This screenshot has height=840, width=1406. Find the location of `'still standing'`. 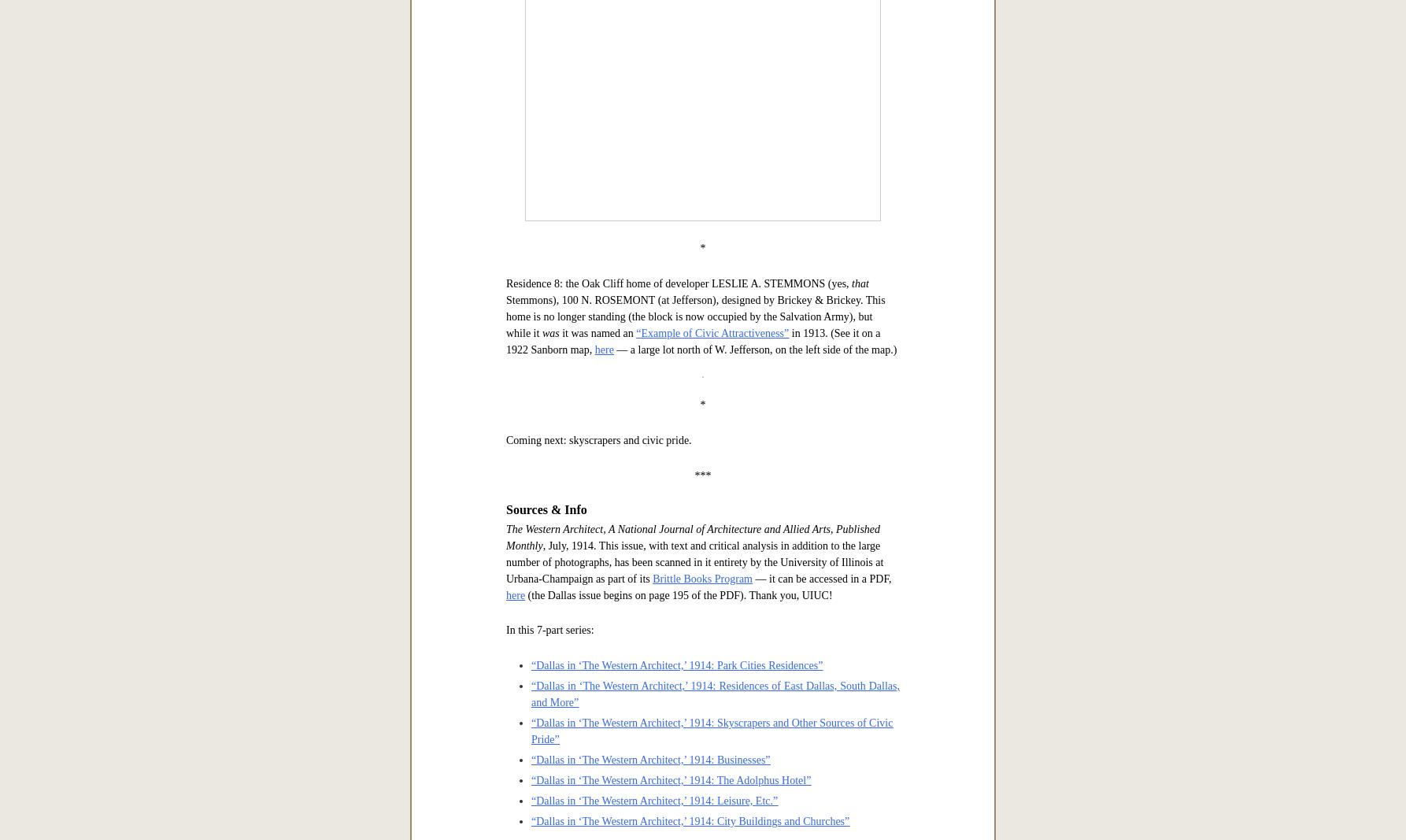

'still standing' is located at coordinates (534, 40).